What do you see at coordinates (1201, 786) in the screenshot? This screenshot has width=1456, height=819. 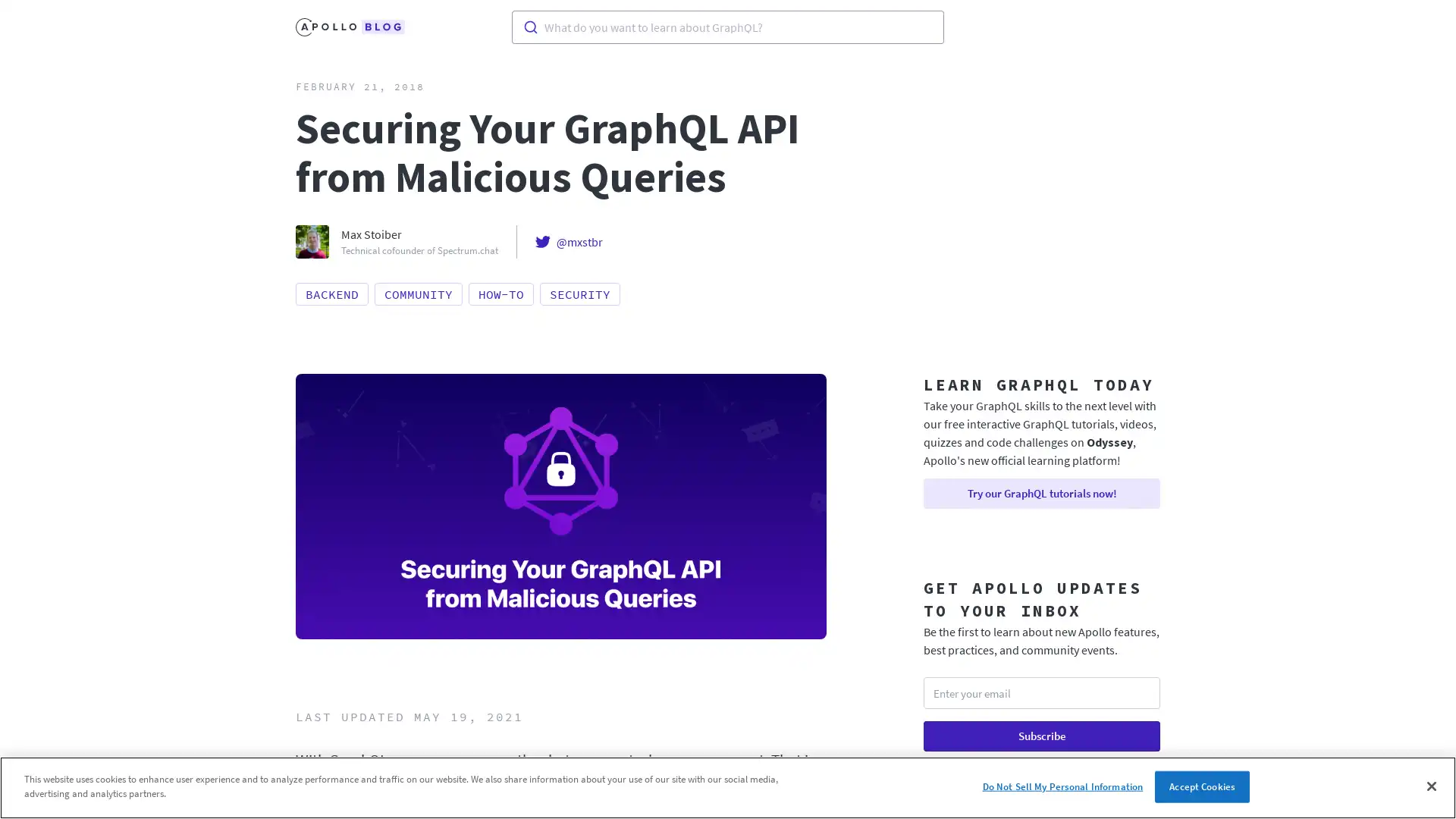 I see `Accept Cookies` at bounding box center [1201, 786].